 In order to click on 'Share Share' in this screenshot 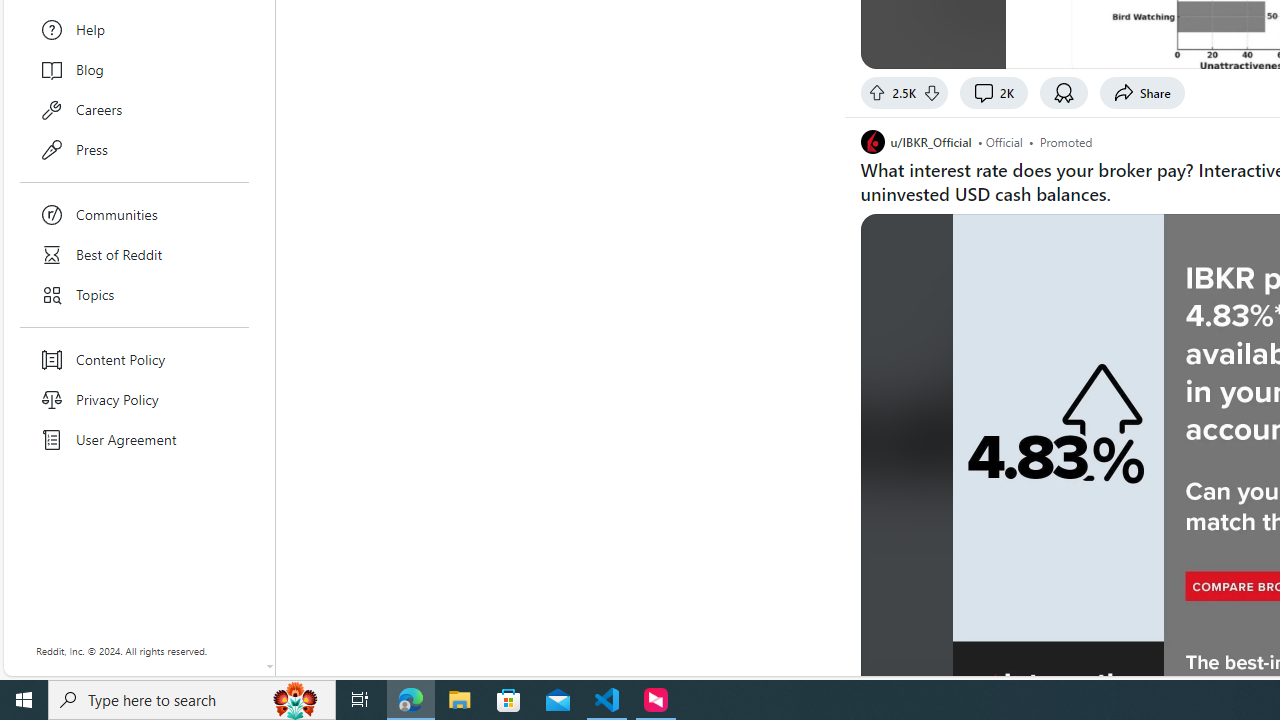, I will do `click(1142, 92)`.